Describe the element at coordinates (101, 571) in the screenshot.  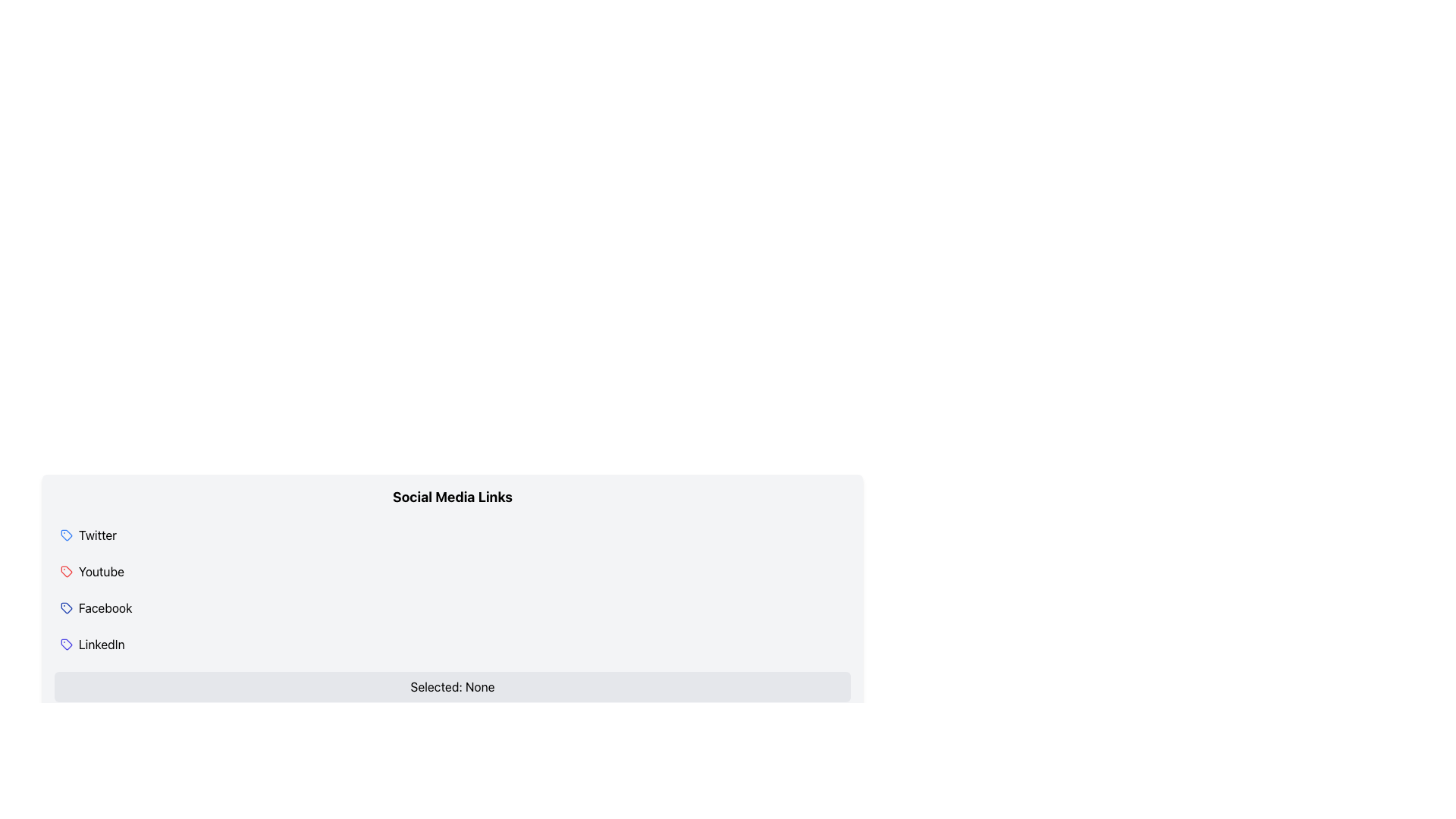
I see `the 'Youtube' text label which serves as an identifier for the associated social media platform, positioned below 'Twitter' and above 'Facebook' in the list of social media links` at that location.